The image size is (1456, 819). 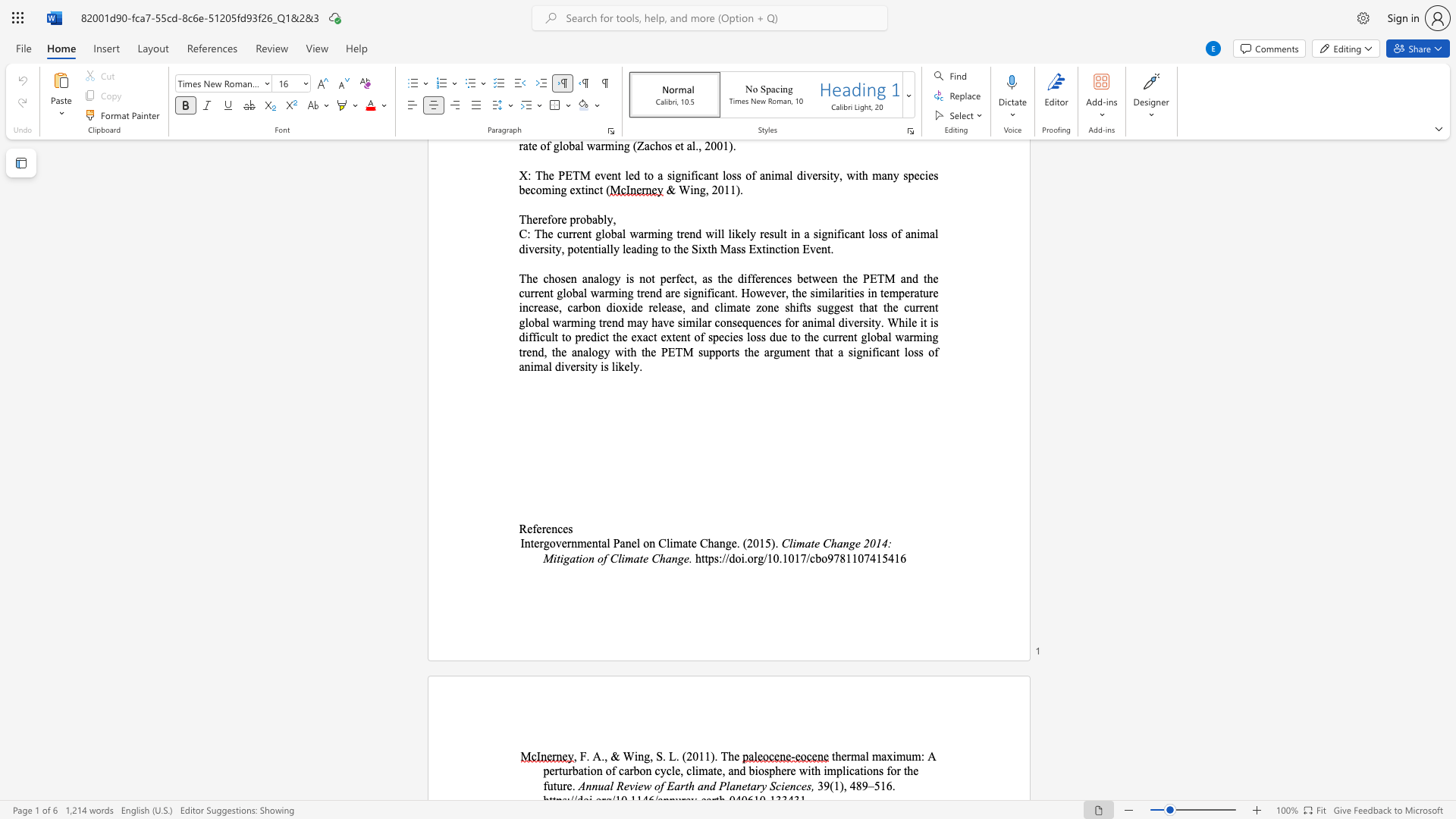 I want to click on the subset text "5416" within the text "https://doi.org/10.1017/cbo9781107415416", so click(x=882, y=558).